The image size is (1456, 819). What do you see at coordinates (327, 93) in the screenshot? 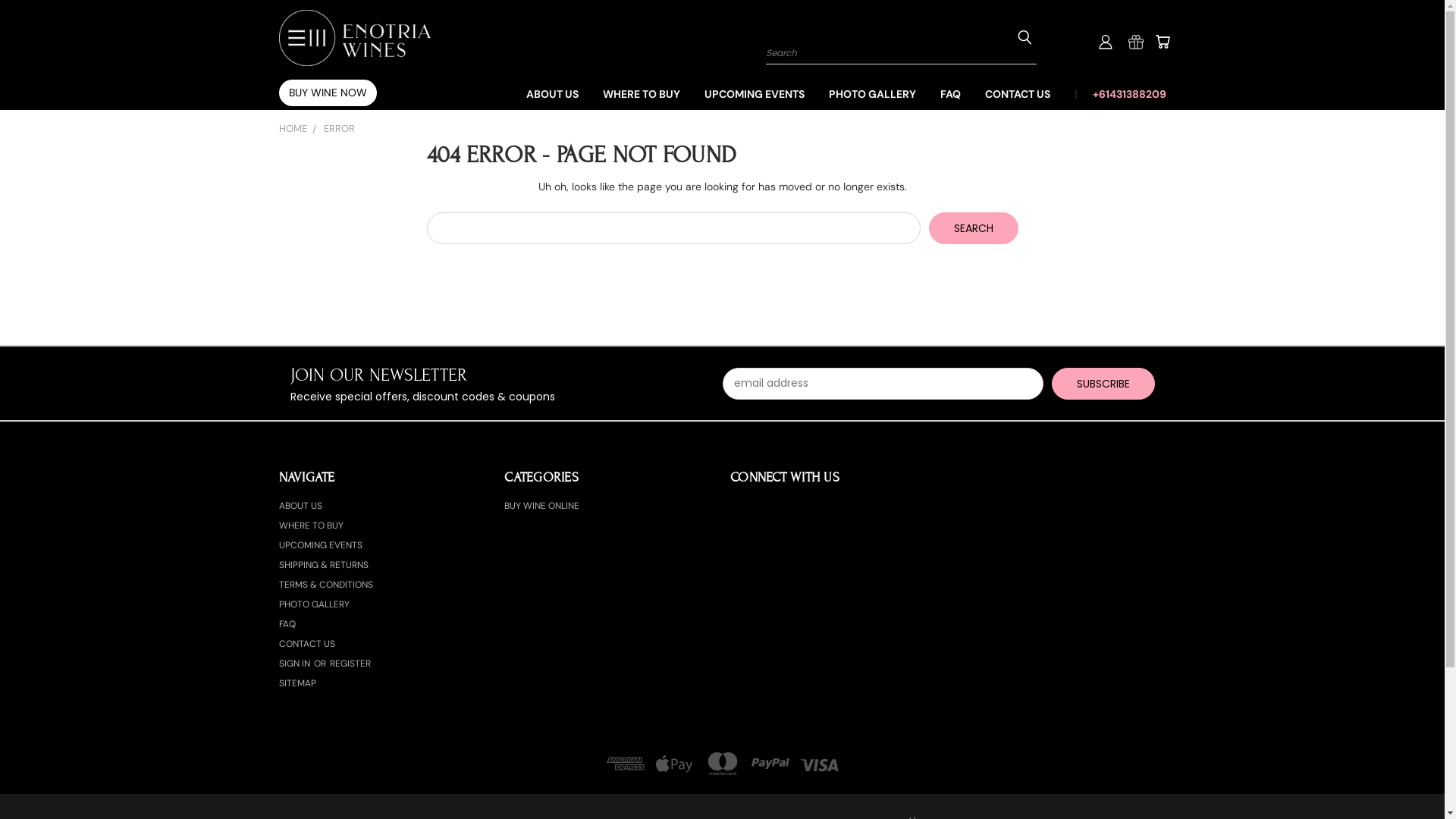
I see `'BUY WINE NOW'` at bounding box center [327, 93].